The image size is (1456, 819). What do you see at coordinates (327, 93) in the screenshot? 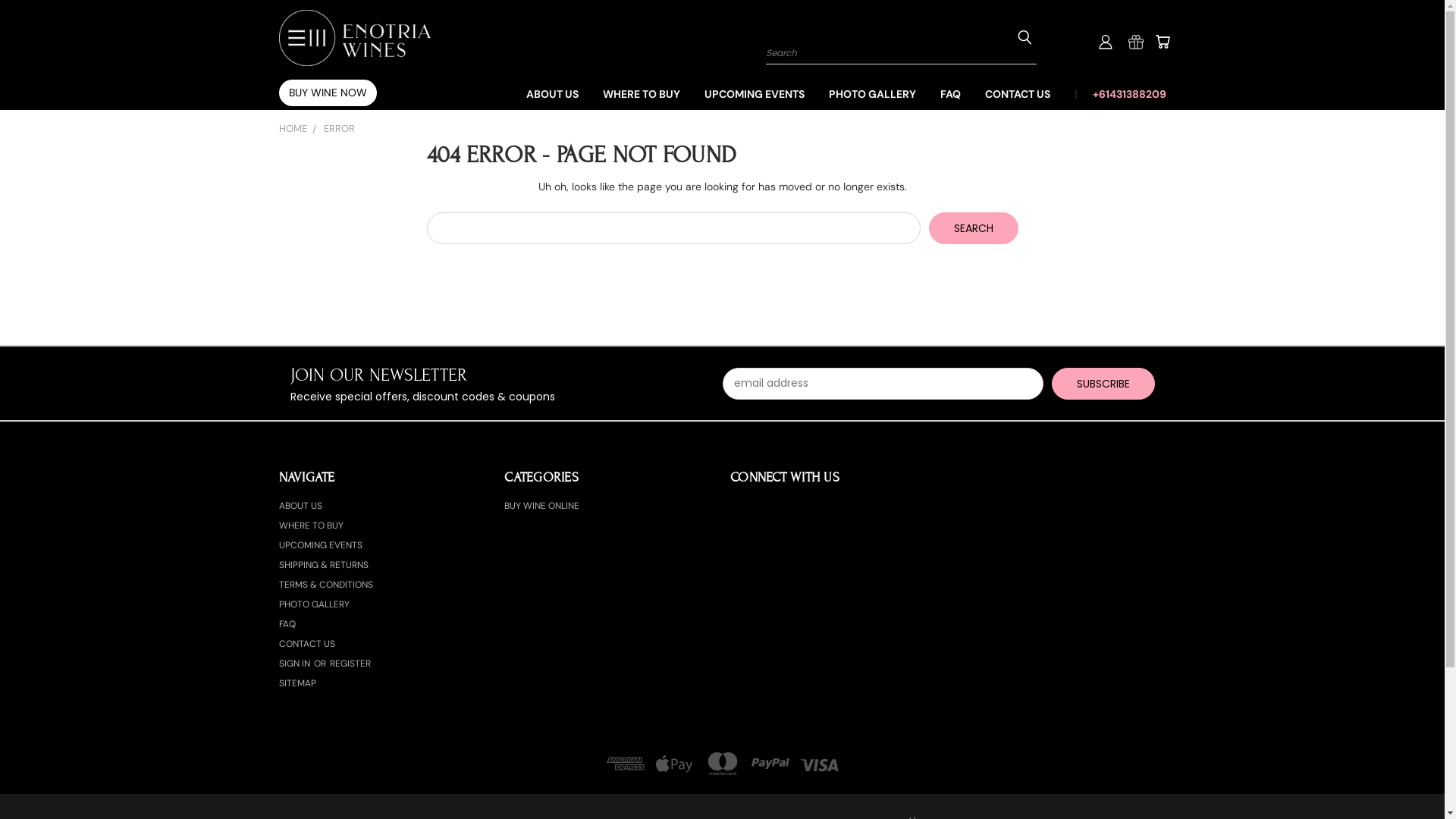
I see `'BUY WINE NOW'` at bounding box center [327, 93].